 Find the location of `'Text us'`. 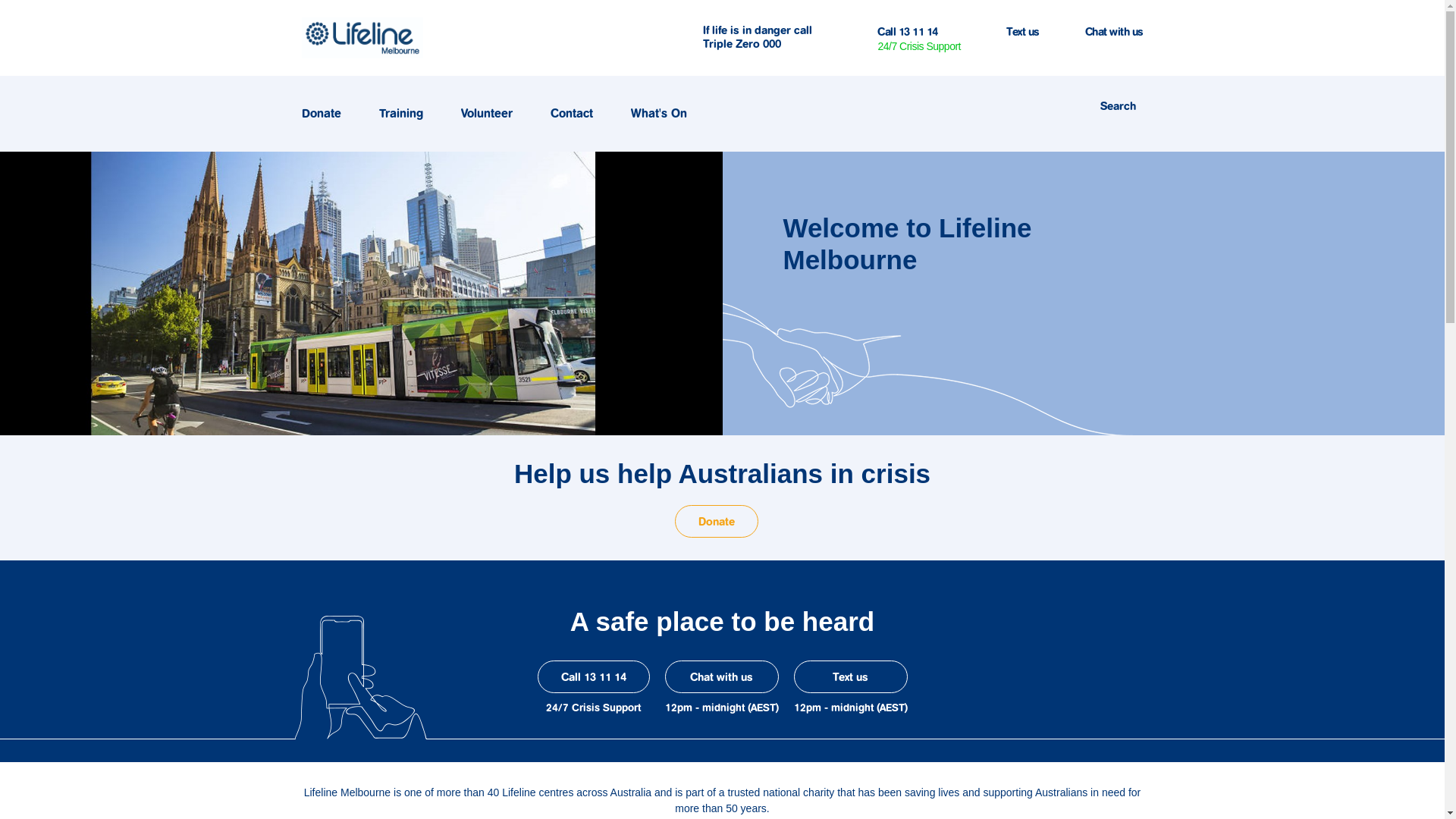

'Text us' is located at coordinates (792, 676).